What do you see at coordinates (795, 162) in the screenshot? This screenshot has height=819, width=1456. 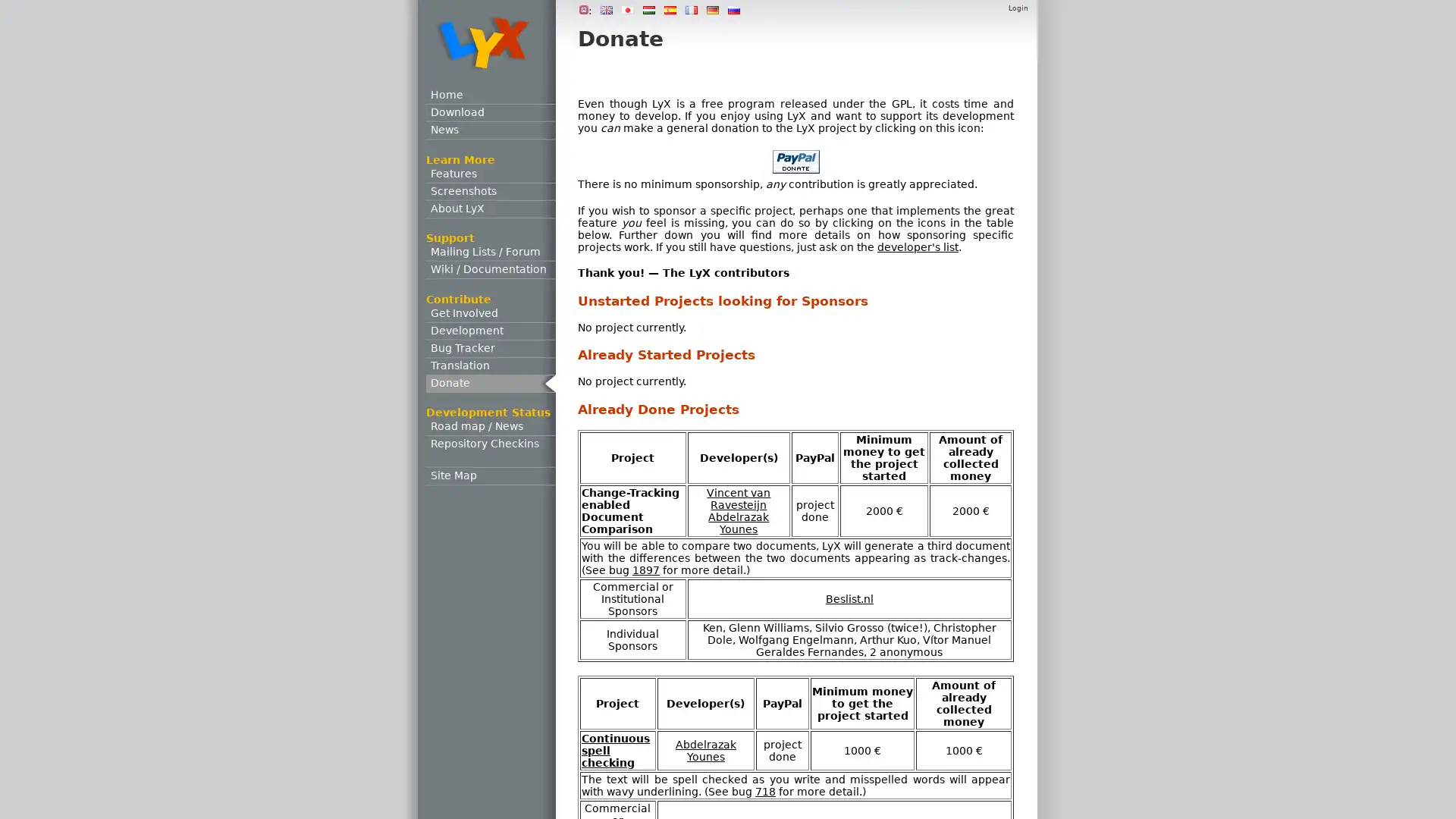 I see `Make payments with PayPal - it's fast, free and secure!` at bounding box center [795, 162].